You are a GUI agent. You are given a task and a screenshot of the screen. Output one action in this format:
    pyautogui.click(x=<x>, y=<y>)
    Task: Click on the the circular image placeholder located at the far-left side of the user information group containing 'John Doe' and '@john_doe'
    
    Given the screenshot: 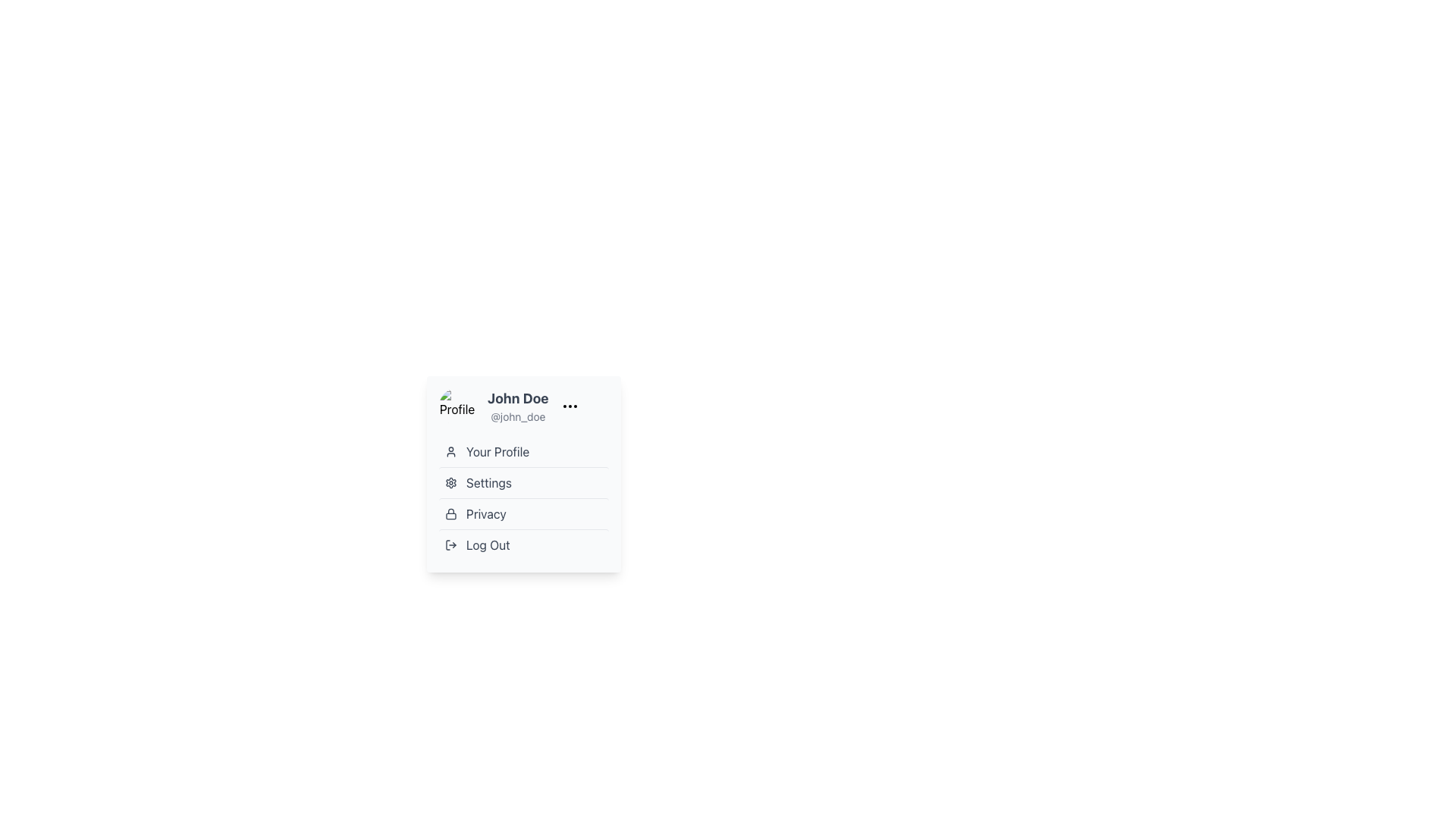 What is the action you would take?
    pyautogui.click(x=457, y=406)
    